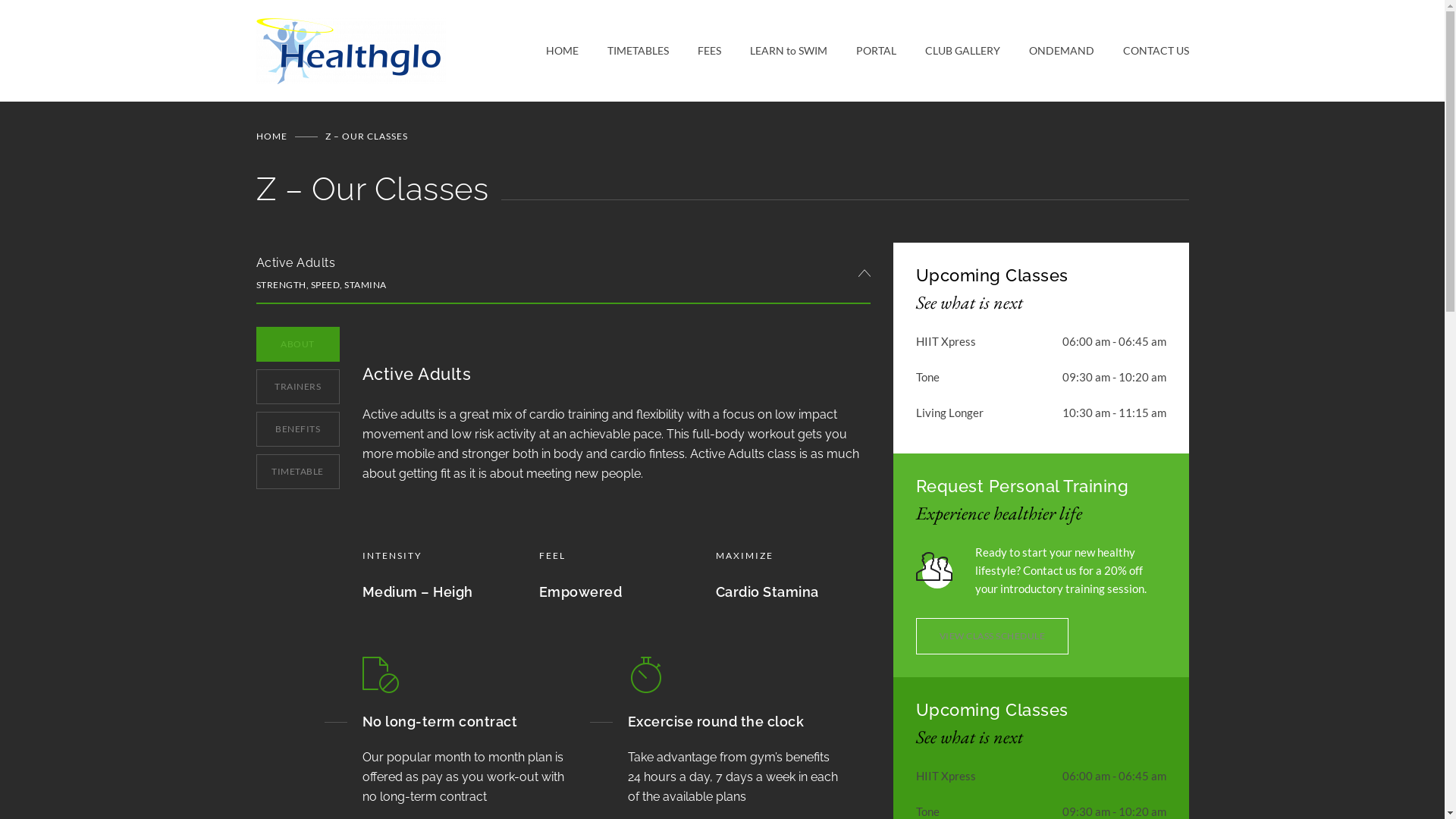 The height and width of the screenshot is (819, 1456). I want to click on 'FEES', so click(694, 49).